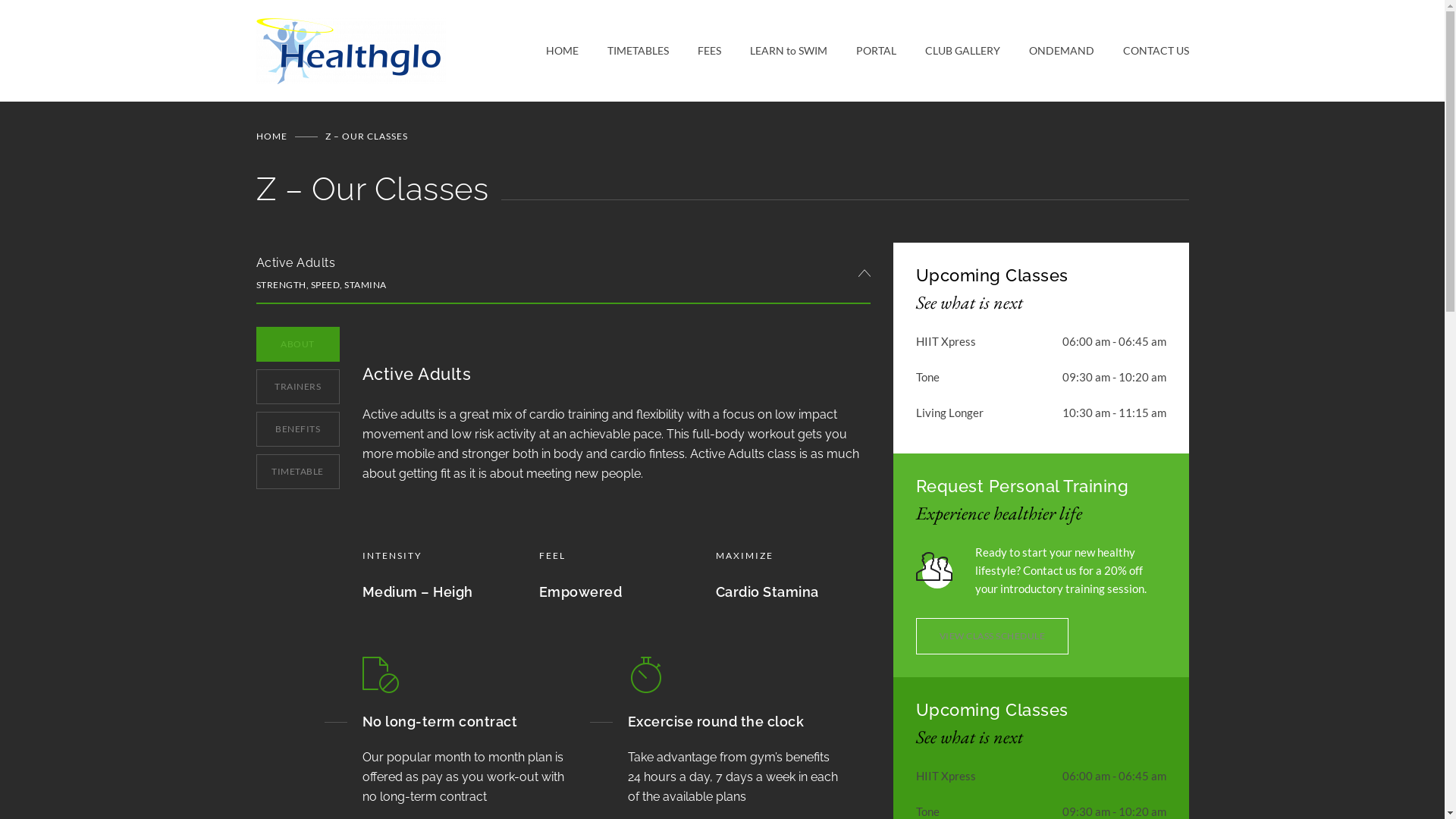 The height and width of the screenshot is (819, 1456). I want to click on 'FEES', so click(694, 49).